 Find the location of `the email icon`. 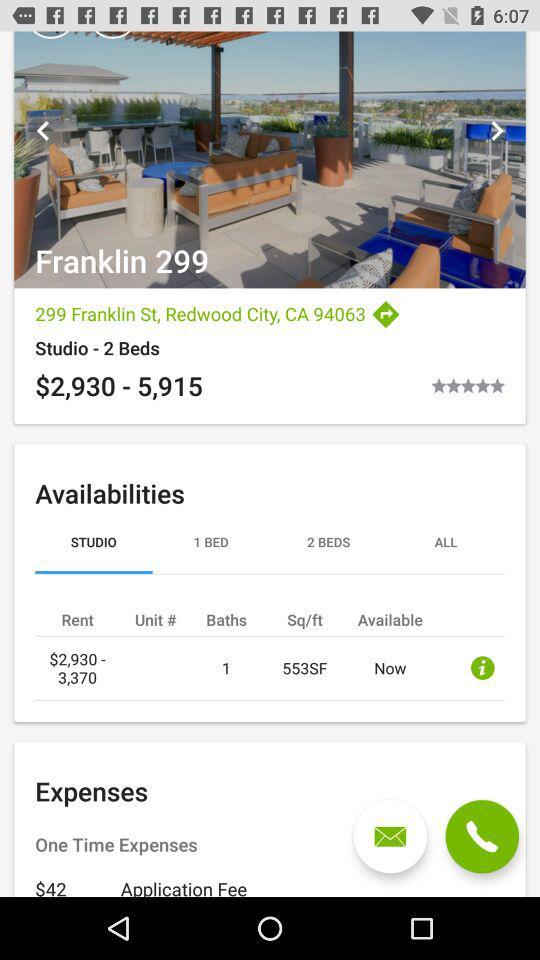

the email icon is located at coordinates (390, 836).